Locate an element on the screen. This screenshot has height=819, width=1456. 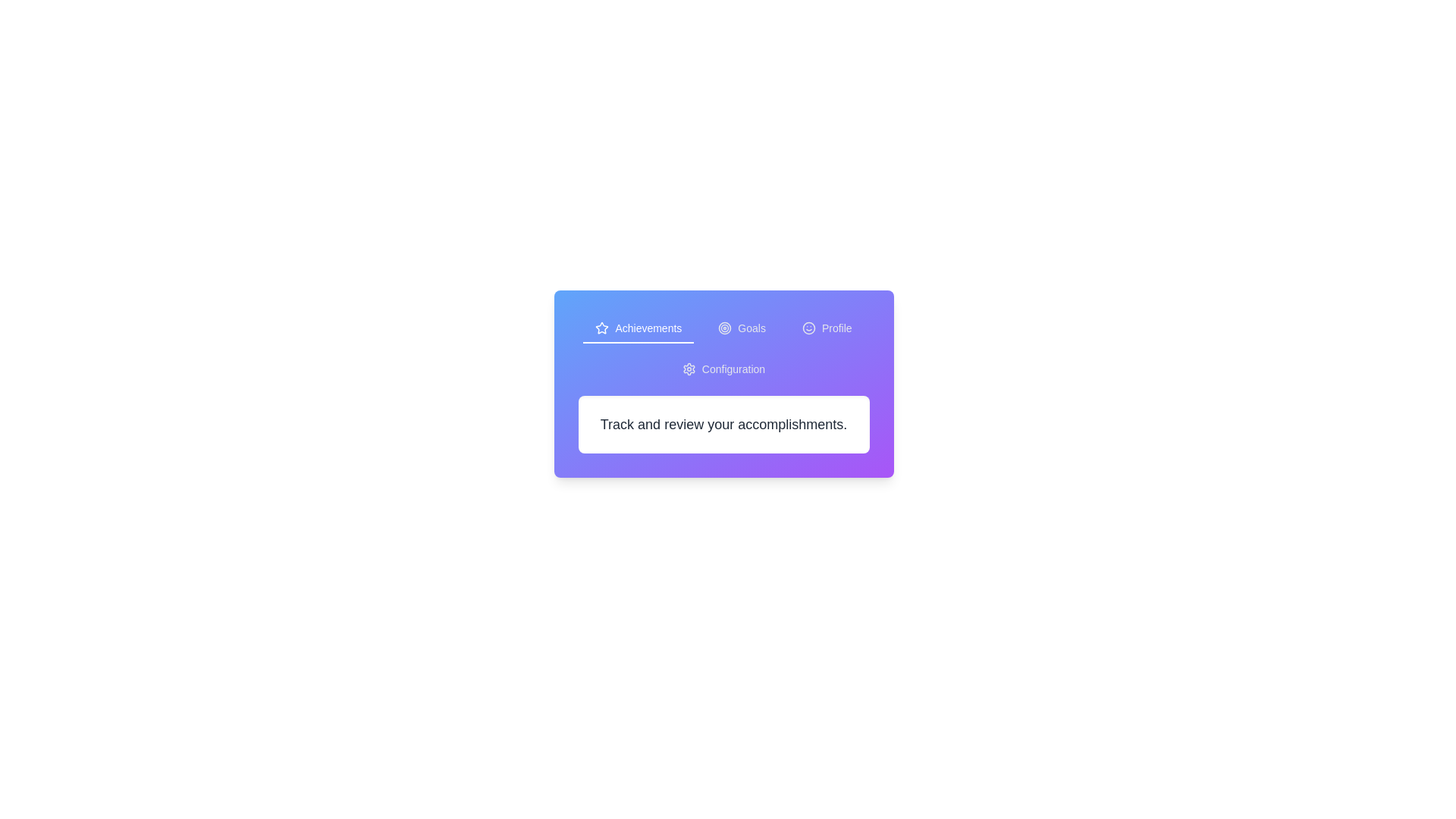
the Profile tab is located at coordinates (826, 328).